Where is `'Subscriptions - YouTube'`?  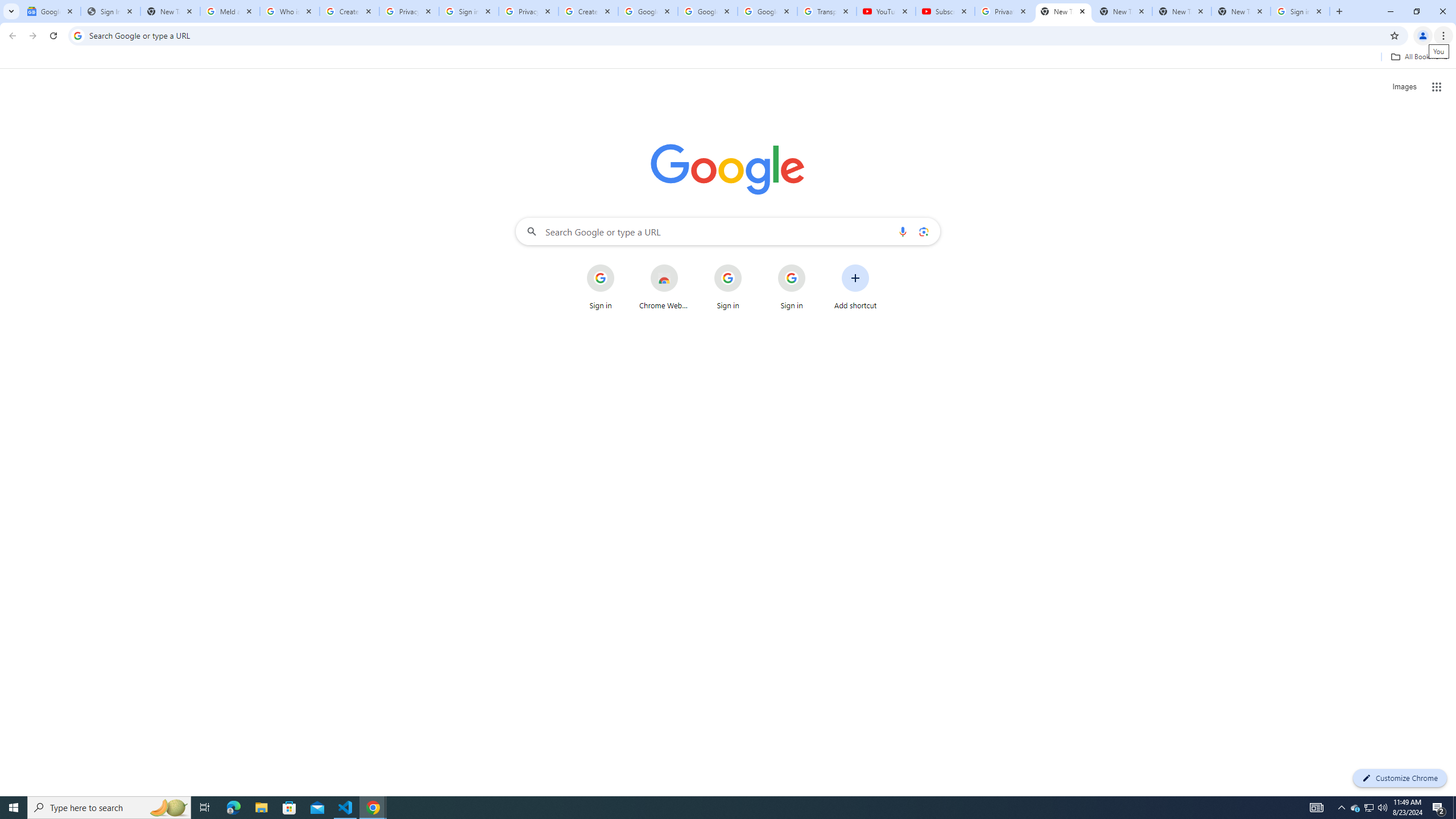
'Subscriptions - YouTube' is located at coordinates (944, 11).